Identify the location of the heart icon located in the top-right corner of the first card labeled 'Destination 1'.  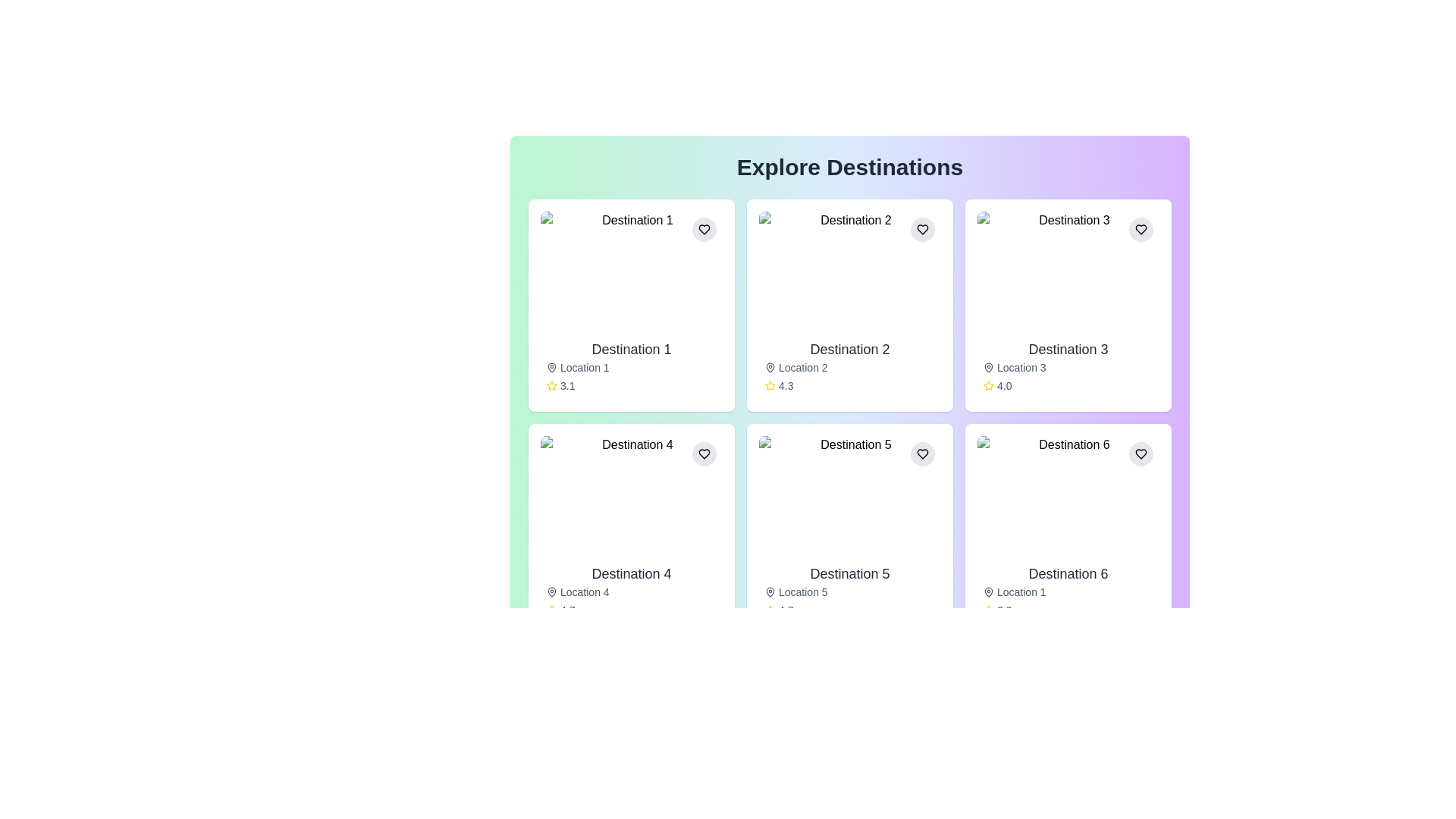
(704, 230).